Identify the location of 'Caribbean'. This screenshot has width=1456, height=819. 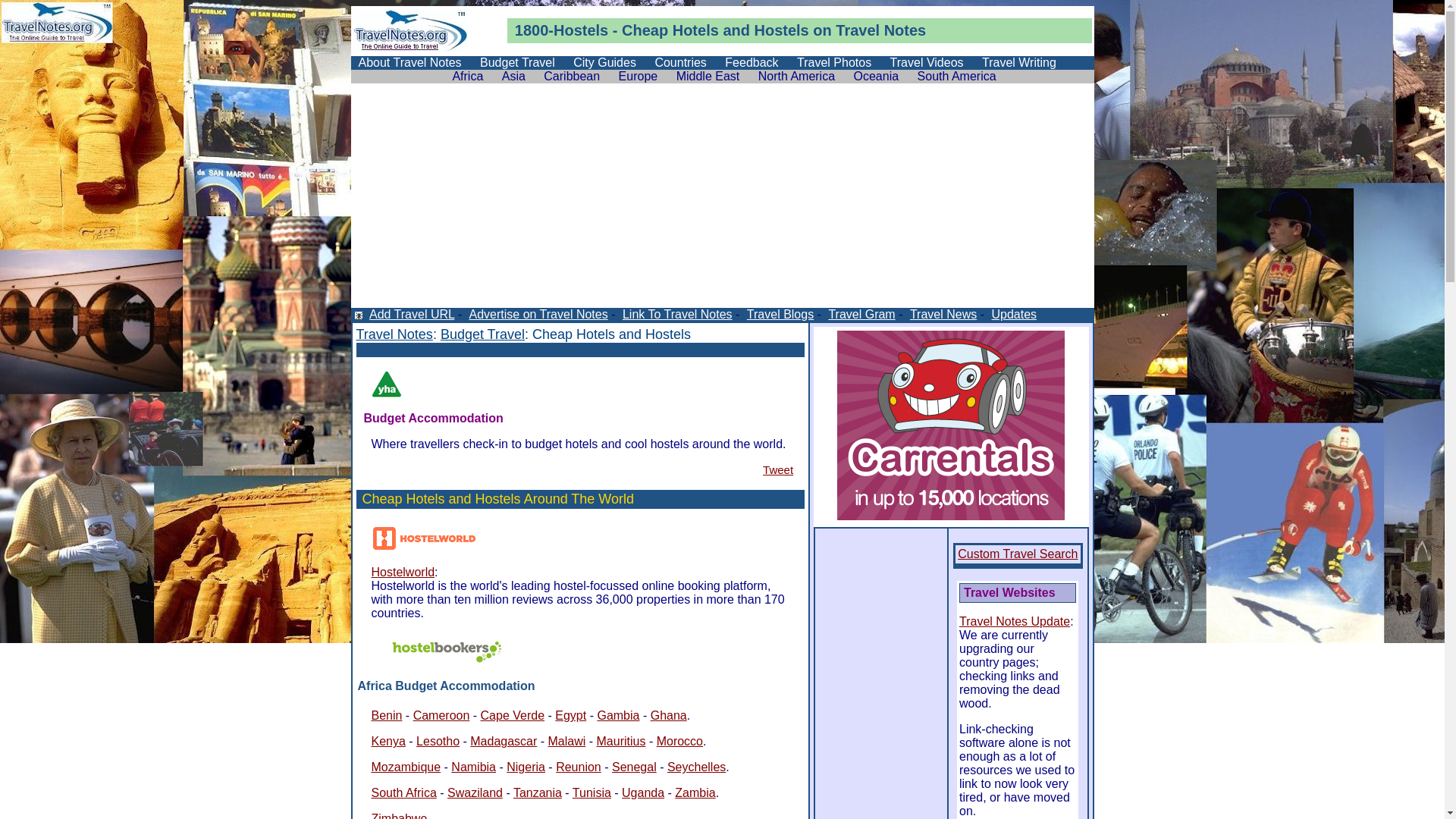
(570, 76).